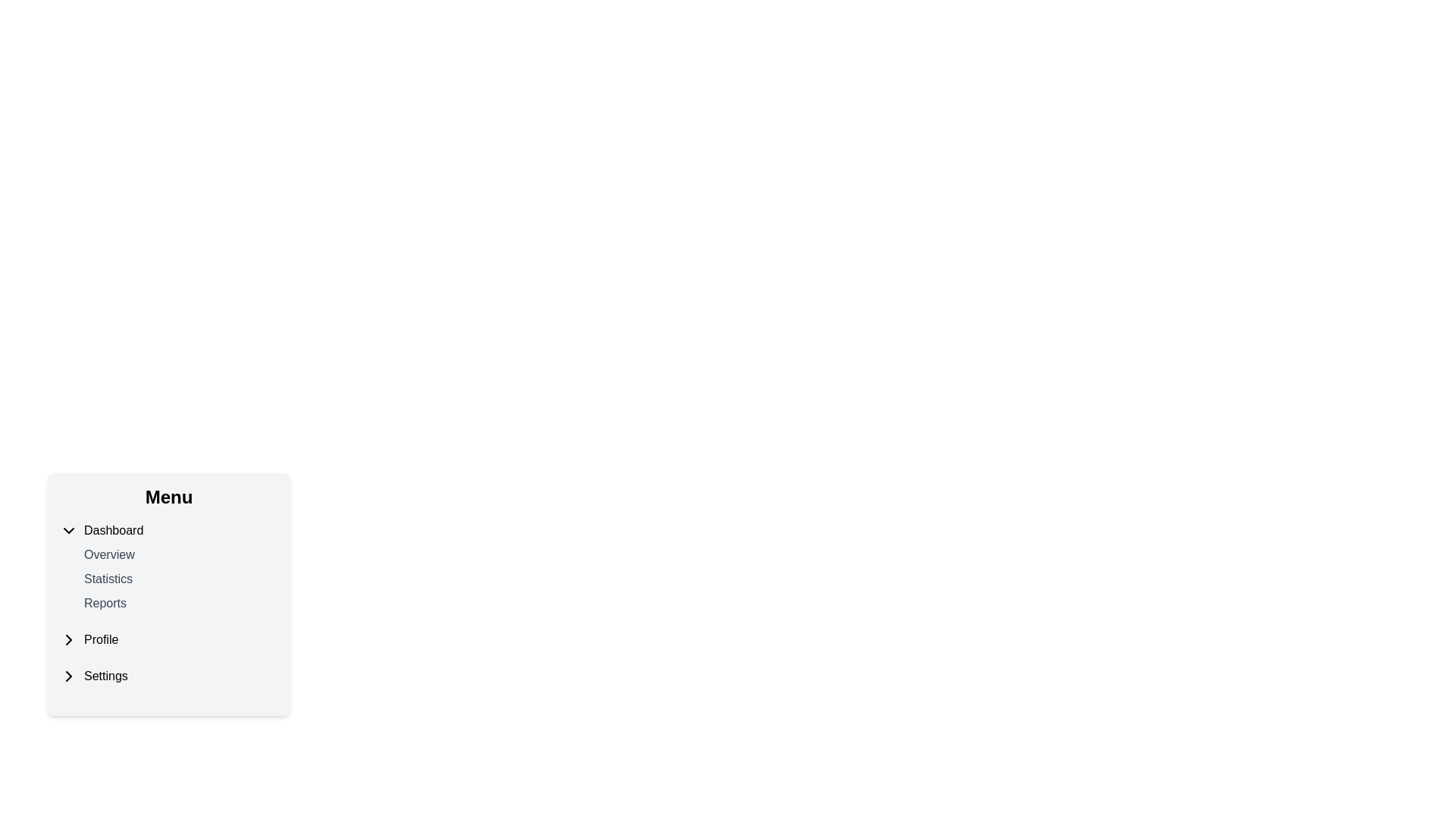  Describe the element at coordinates (105, 675) in the screenshot. I see `the 'Settings' text label located at the bottom of the vertical menu list` at that location.